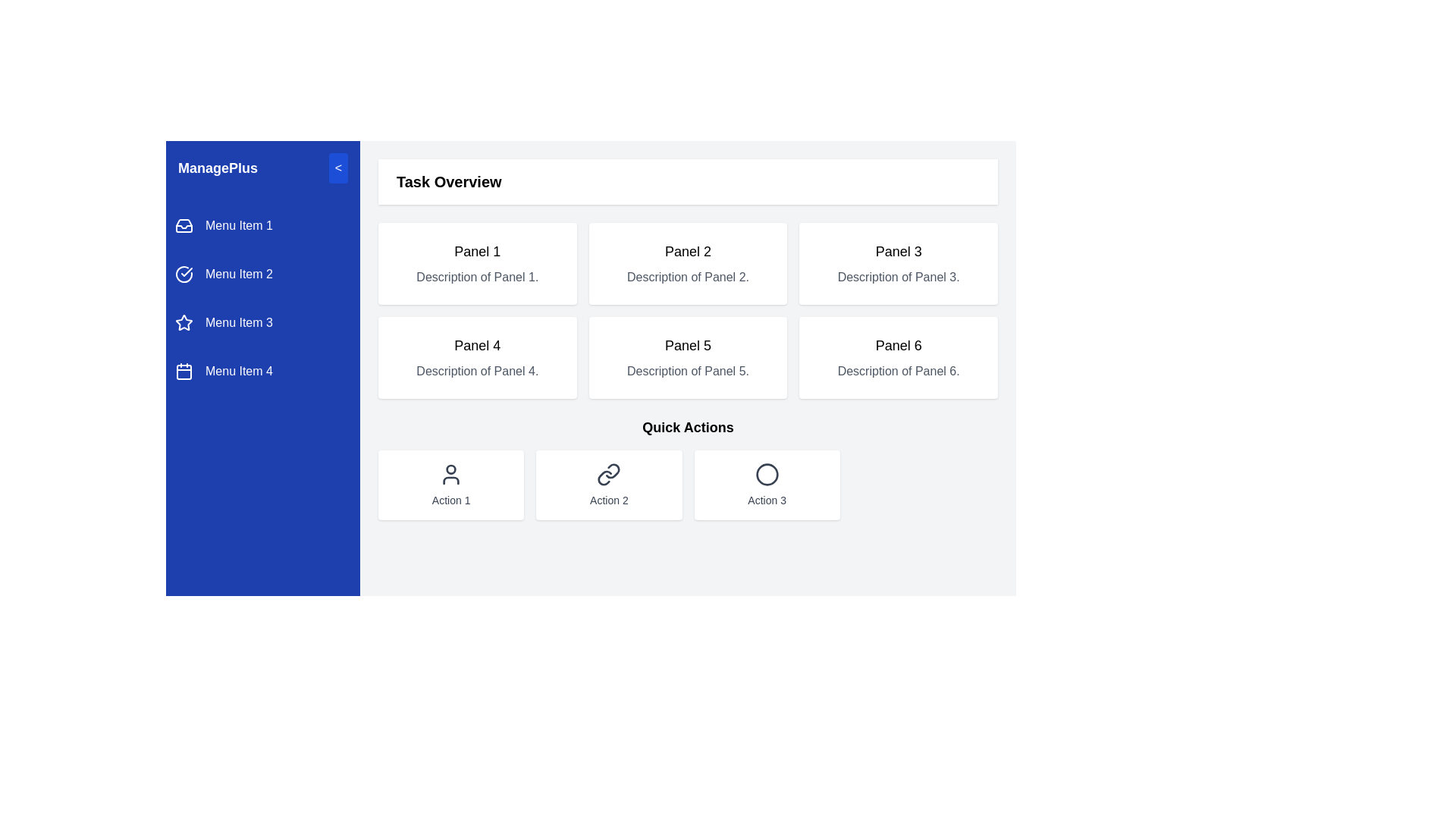 Image resolution: width=1456 pixels, height=819 pixels. What do you see at coordinates (184, 322) in the screenshot?
I see `the star icon with a blue outline and white interior located next to 'Menu Item 3' in the sidebar menu` at bounding box center [184, 322].